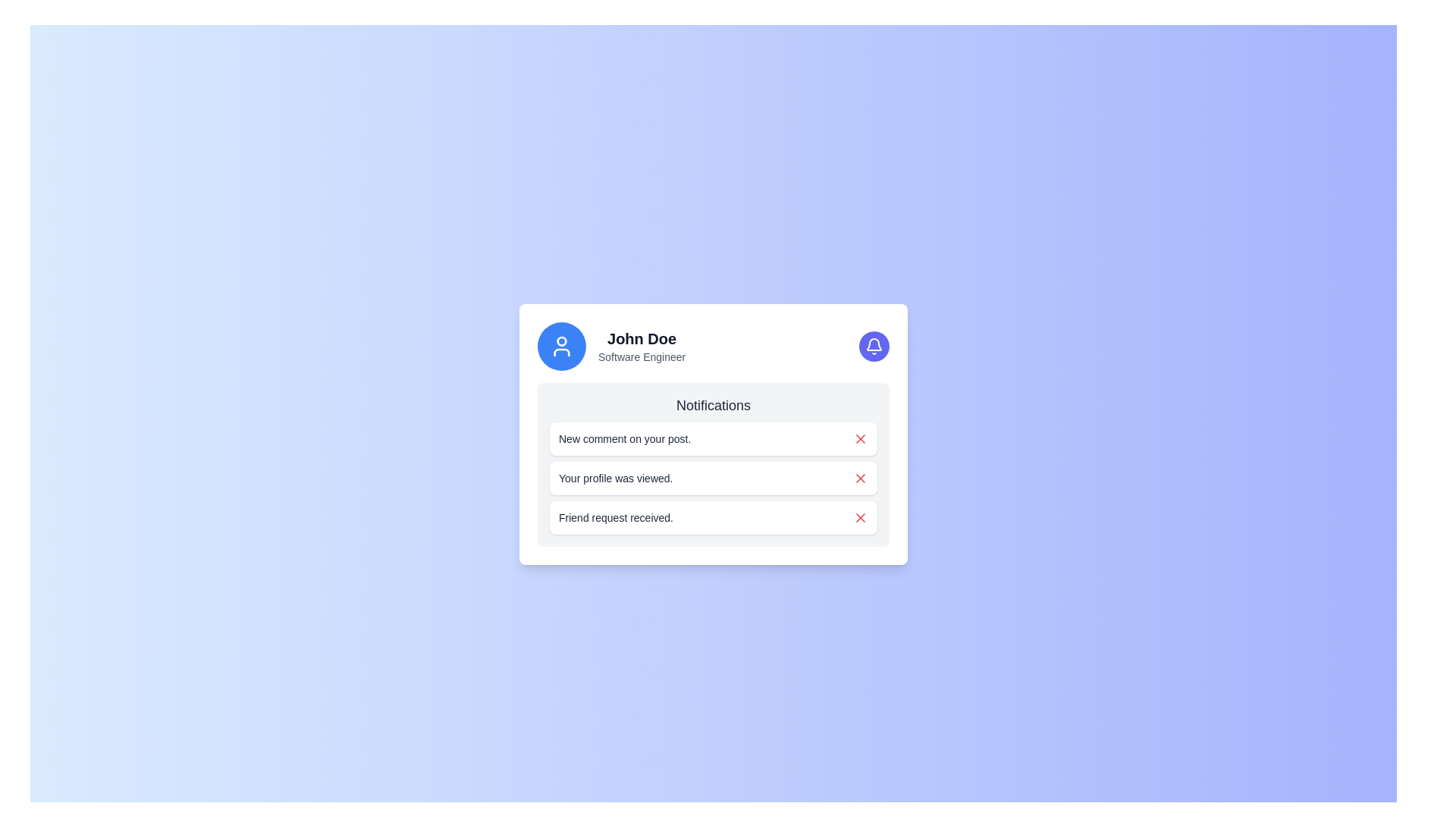 The height and width of the screenshot is (819, 1456). Describe the element at coordinates (860, 516) in the screenshot. I see `the button located at the right end of the notification bar labeled 'Friend request received' to change its color` at that location.